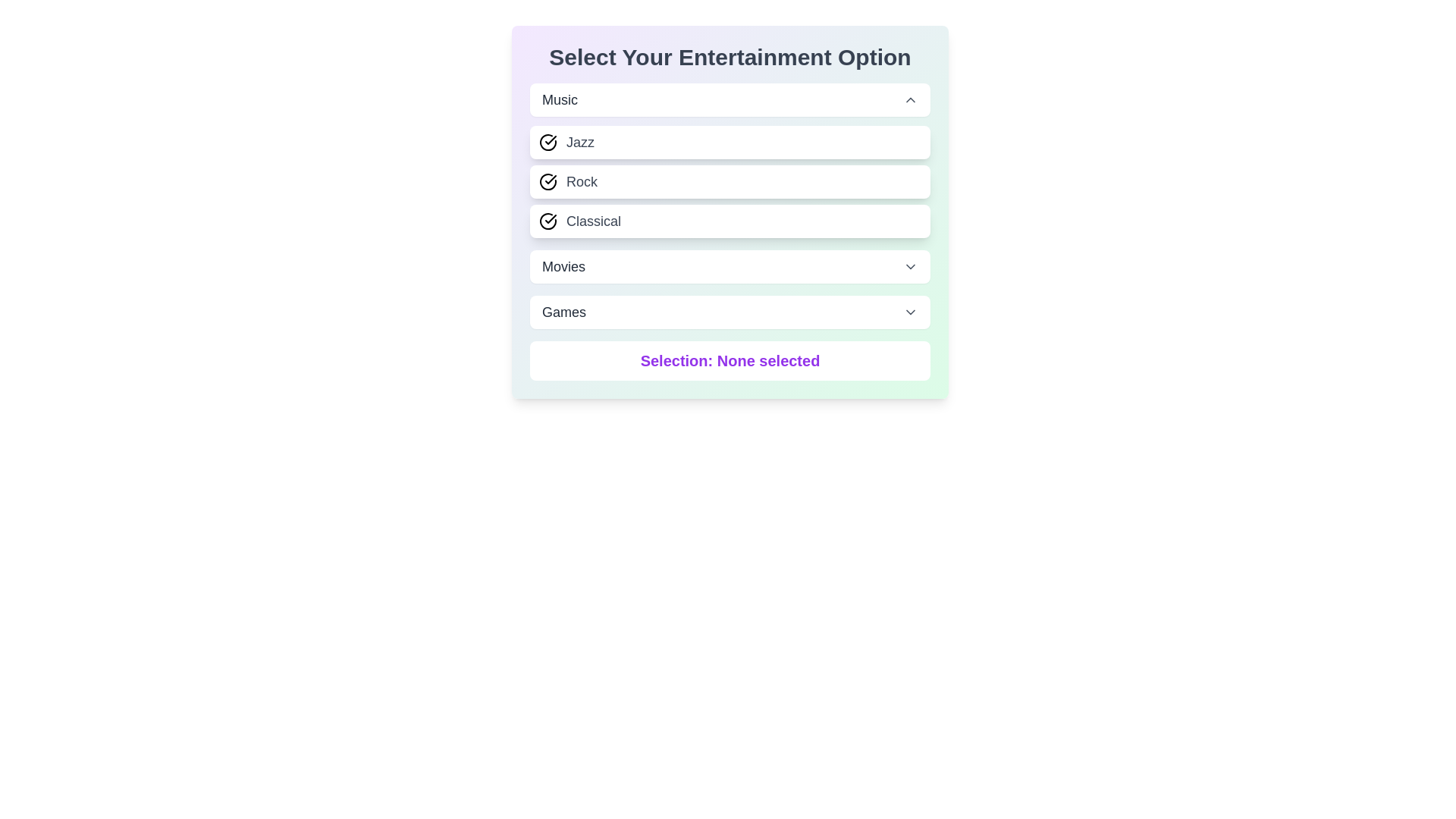 This screenshot has width=1456, height=819. Describe the element at coordinates (592, 221) in the screenshot. I see `the text label 'Classical', which represents a music genre option in the selection menu` at that location.